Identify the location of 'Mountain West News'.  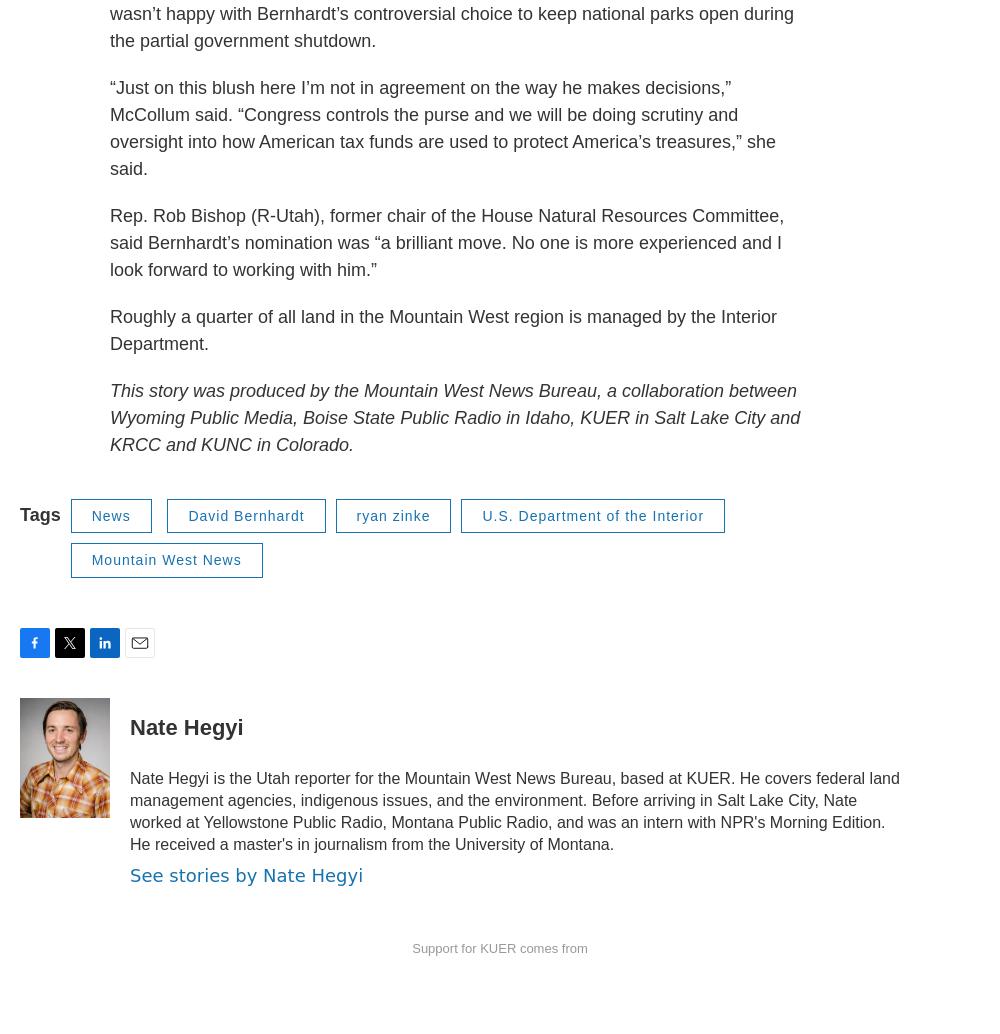
(166, 560).